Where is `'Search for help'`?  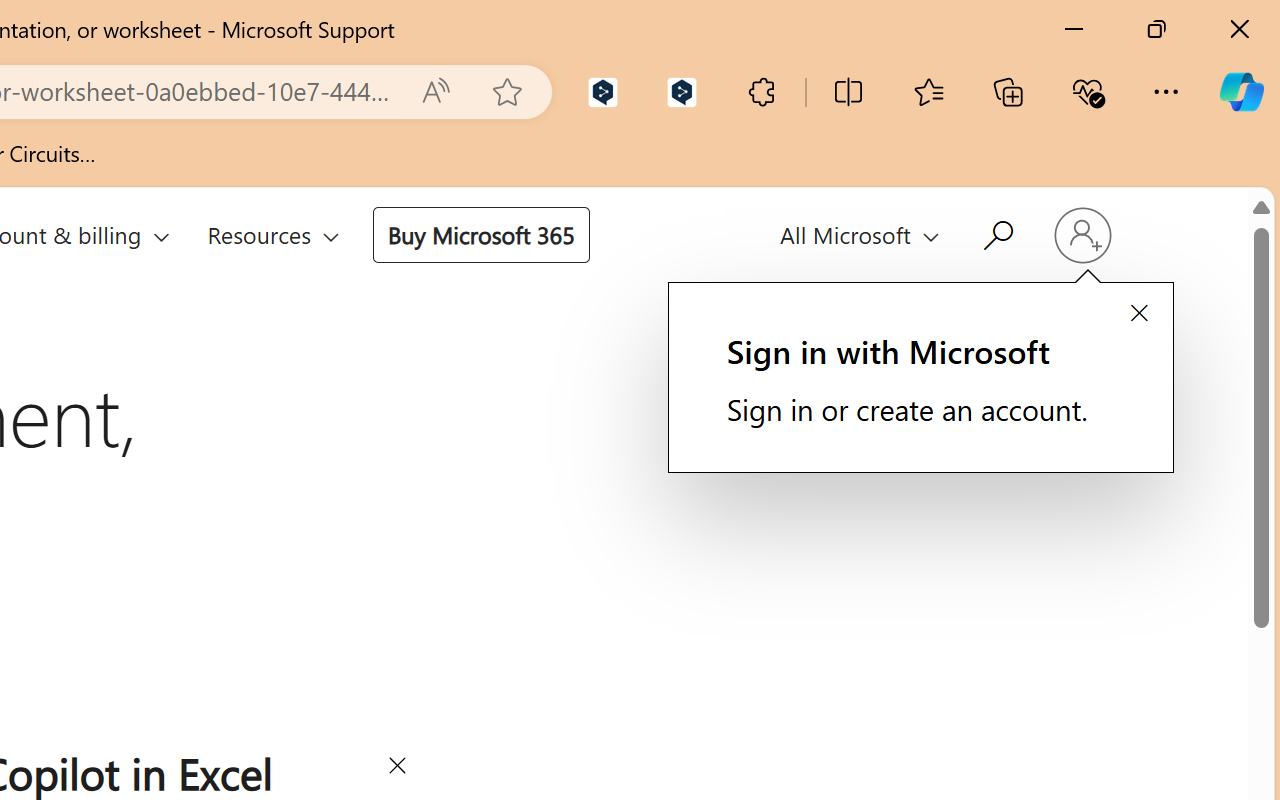
'Search for help' is located at coordinates (995, 232).